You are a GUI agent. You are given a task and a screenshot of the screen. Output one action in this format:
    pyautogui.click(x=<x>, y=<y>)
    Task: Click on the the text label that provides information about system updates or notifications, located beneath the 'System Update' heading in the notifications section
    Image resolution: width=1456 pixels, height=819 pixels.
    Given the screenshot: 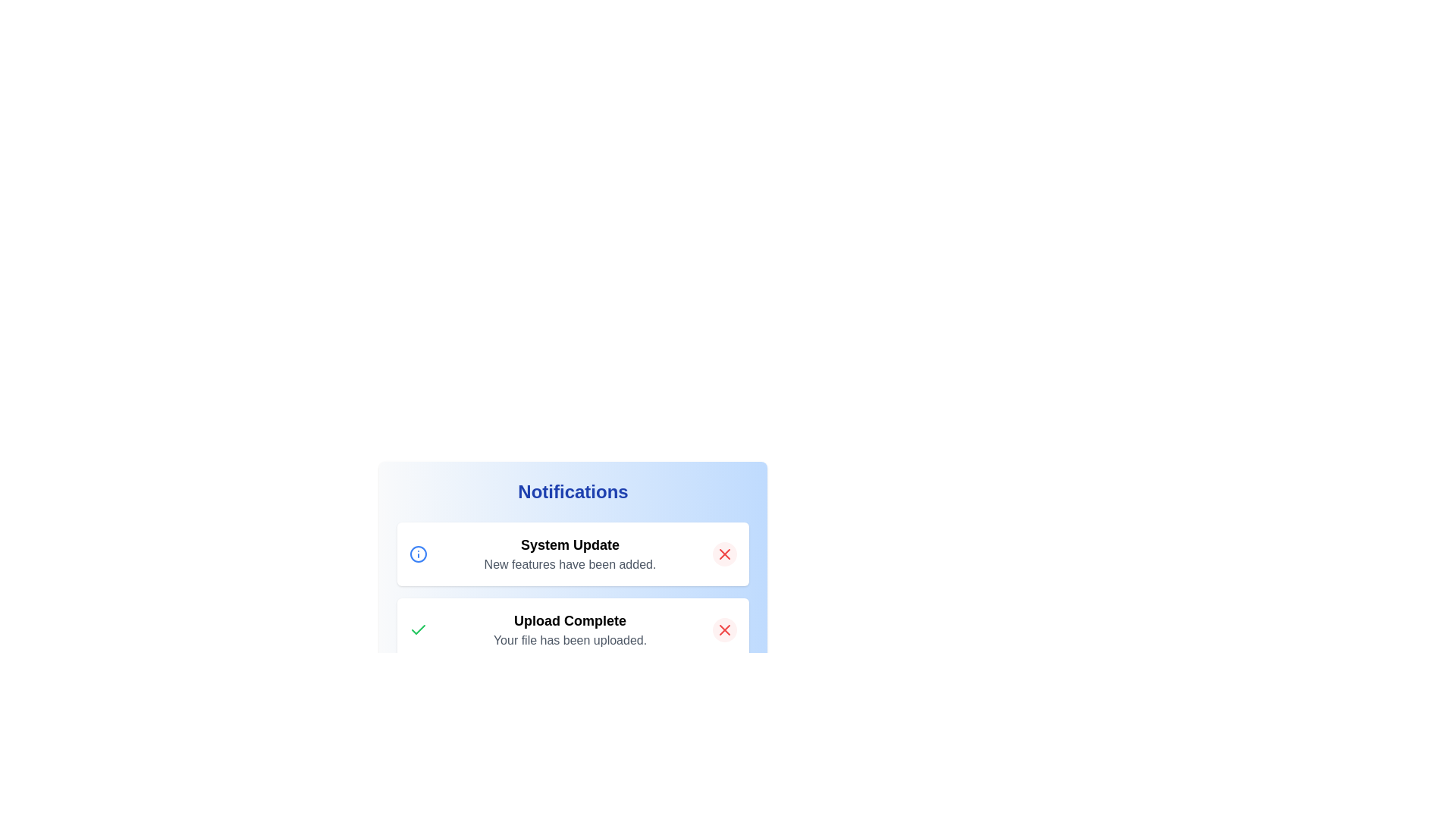 What is the action you would take?
    pyautogui.click(x=570, y=564)
    